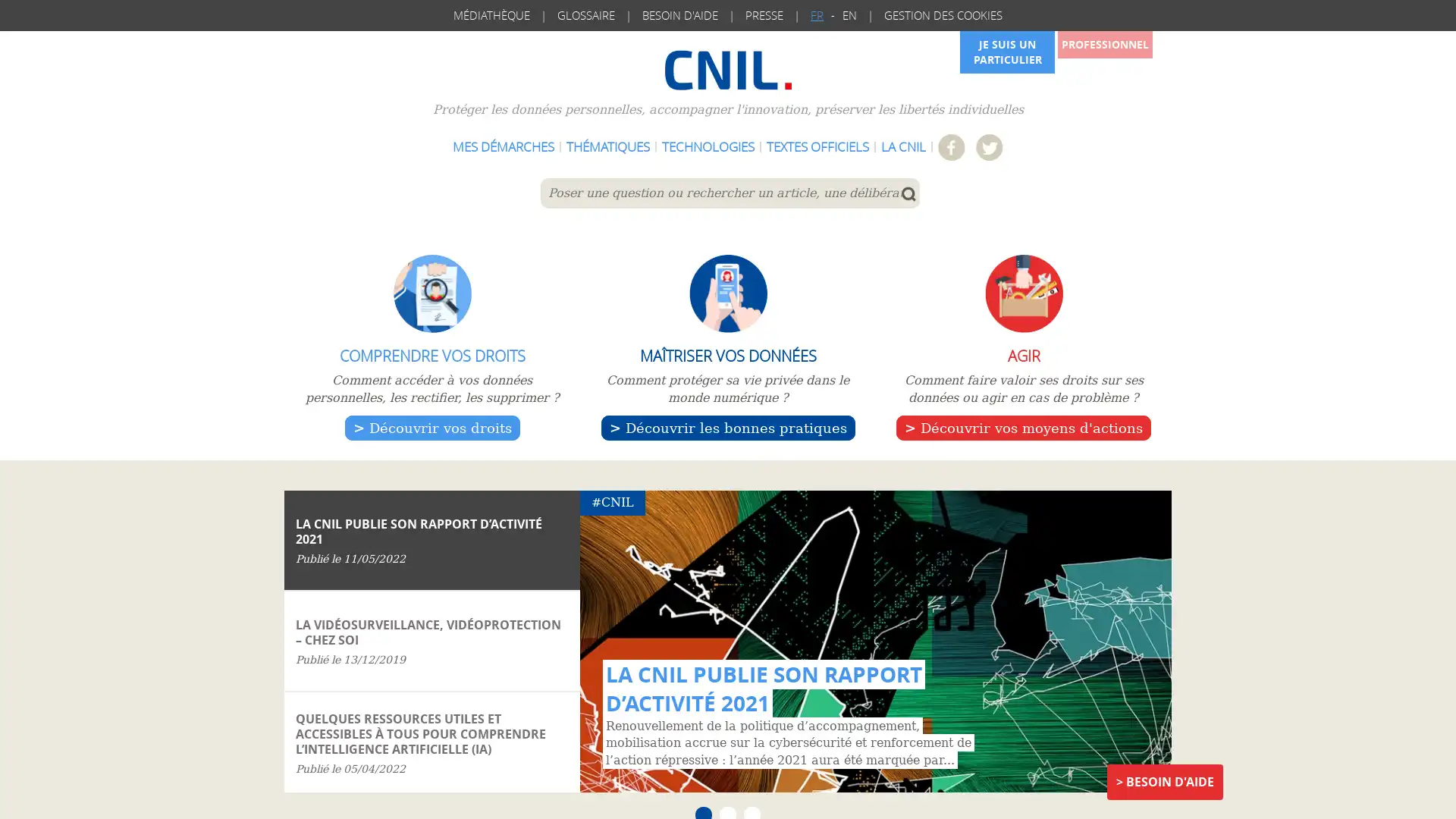 The width and height of the screenshot is (1456, 819). Describe the element at coordinates (431, 540) in the screenshot. I see `CNIL LA CNIL PUBLIE SON RAPPORT DACTIVITE 2021 Publie le 11/05/2022` at that location.